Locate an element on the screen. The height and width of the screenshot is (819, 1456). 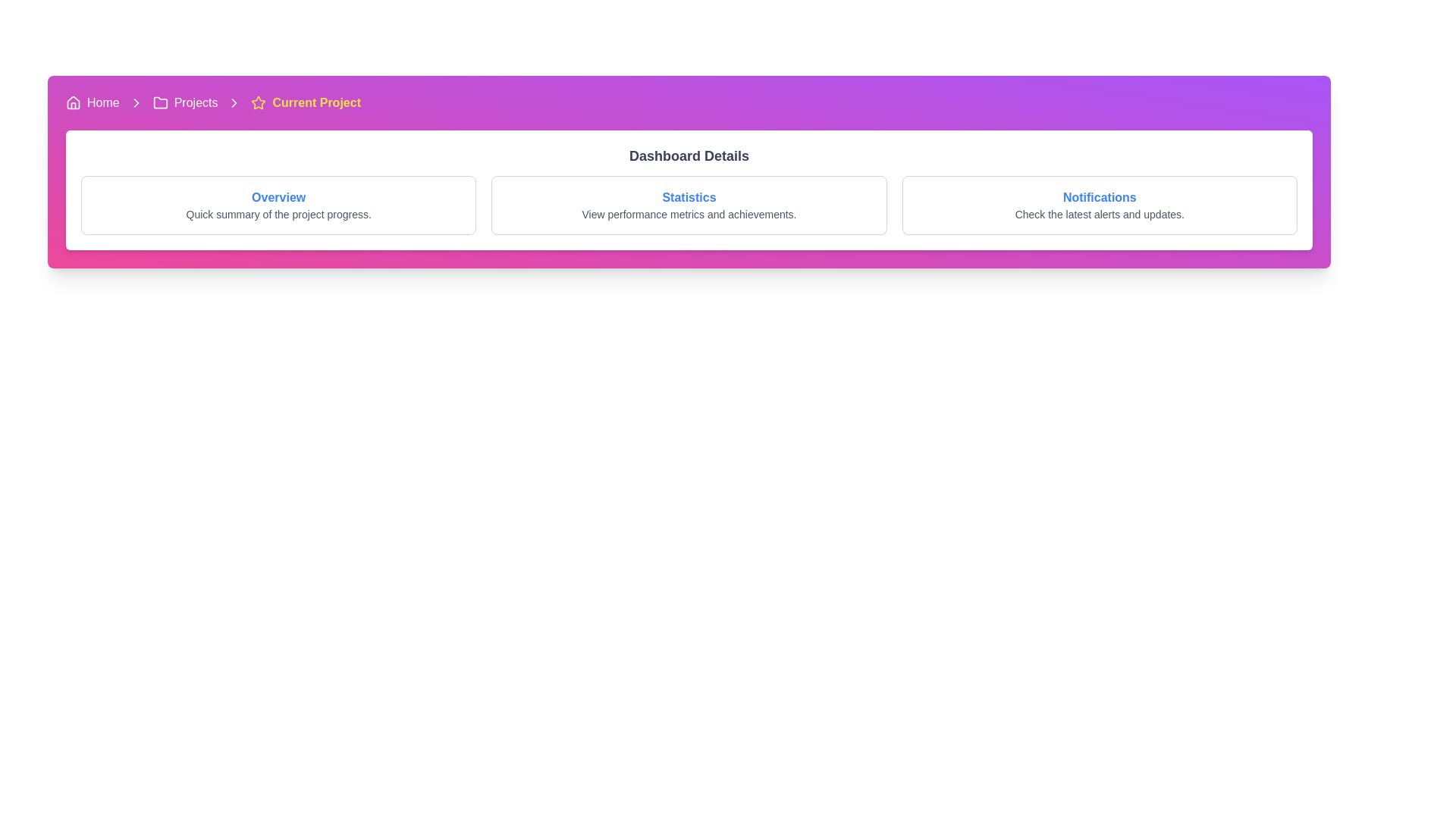
the rightward chevron arrow icon in the breadcrumb navigation located between 'Projects' and 'Current Project' is located at coordinates (234, 102).